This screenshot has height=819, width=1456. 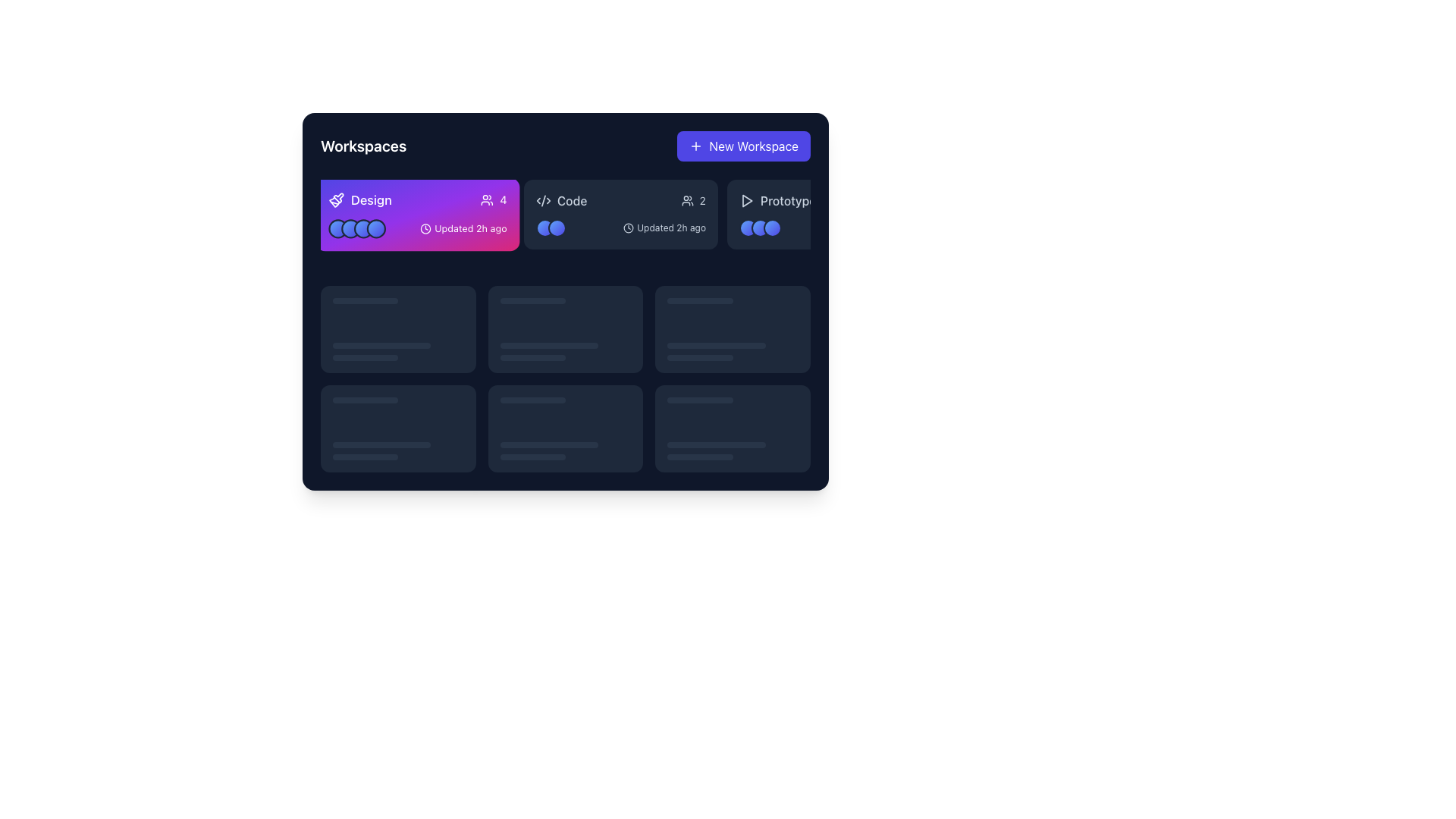 What do you see at coordinates (823, 214) in the screenshot?
I see `the 'Prototype3' interactive panel item` at bounding box center [823, 214].